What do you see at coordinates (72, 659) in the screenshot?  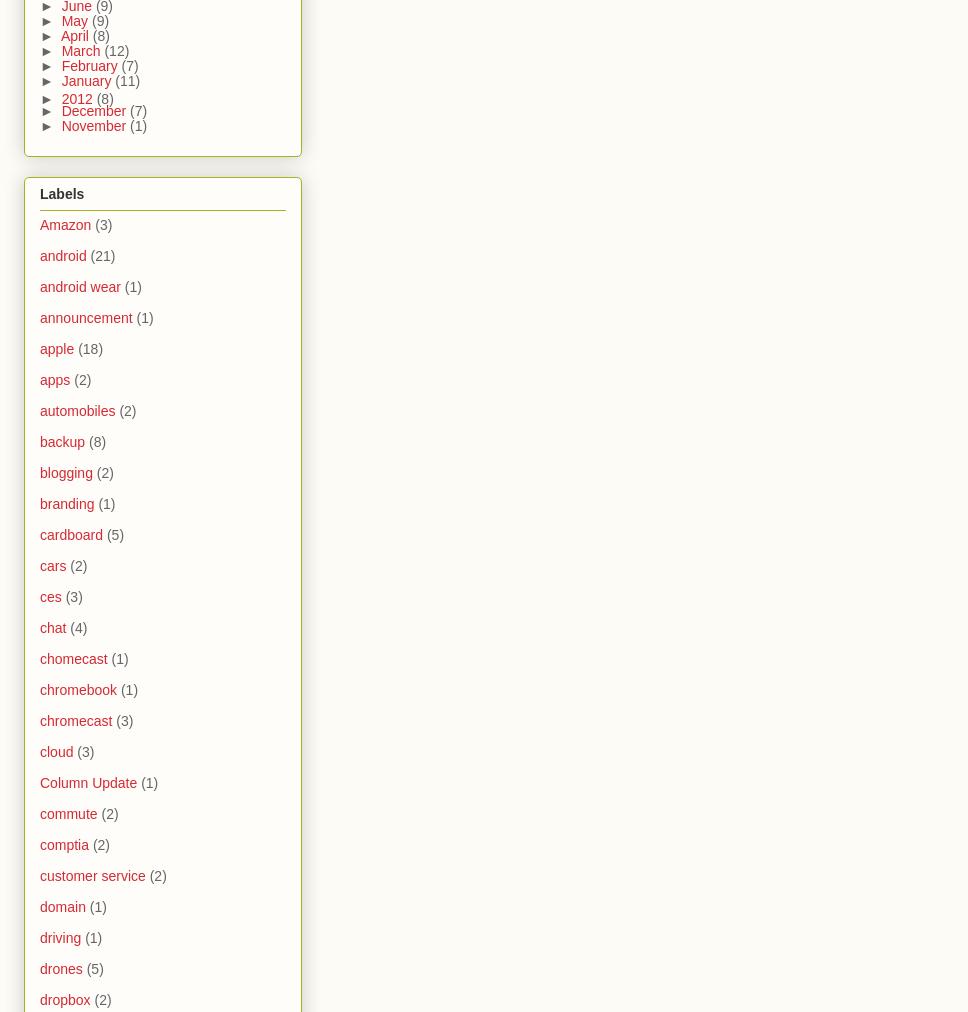 I see `'chomecast'` at bounding box center [72, 659].